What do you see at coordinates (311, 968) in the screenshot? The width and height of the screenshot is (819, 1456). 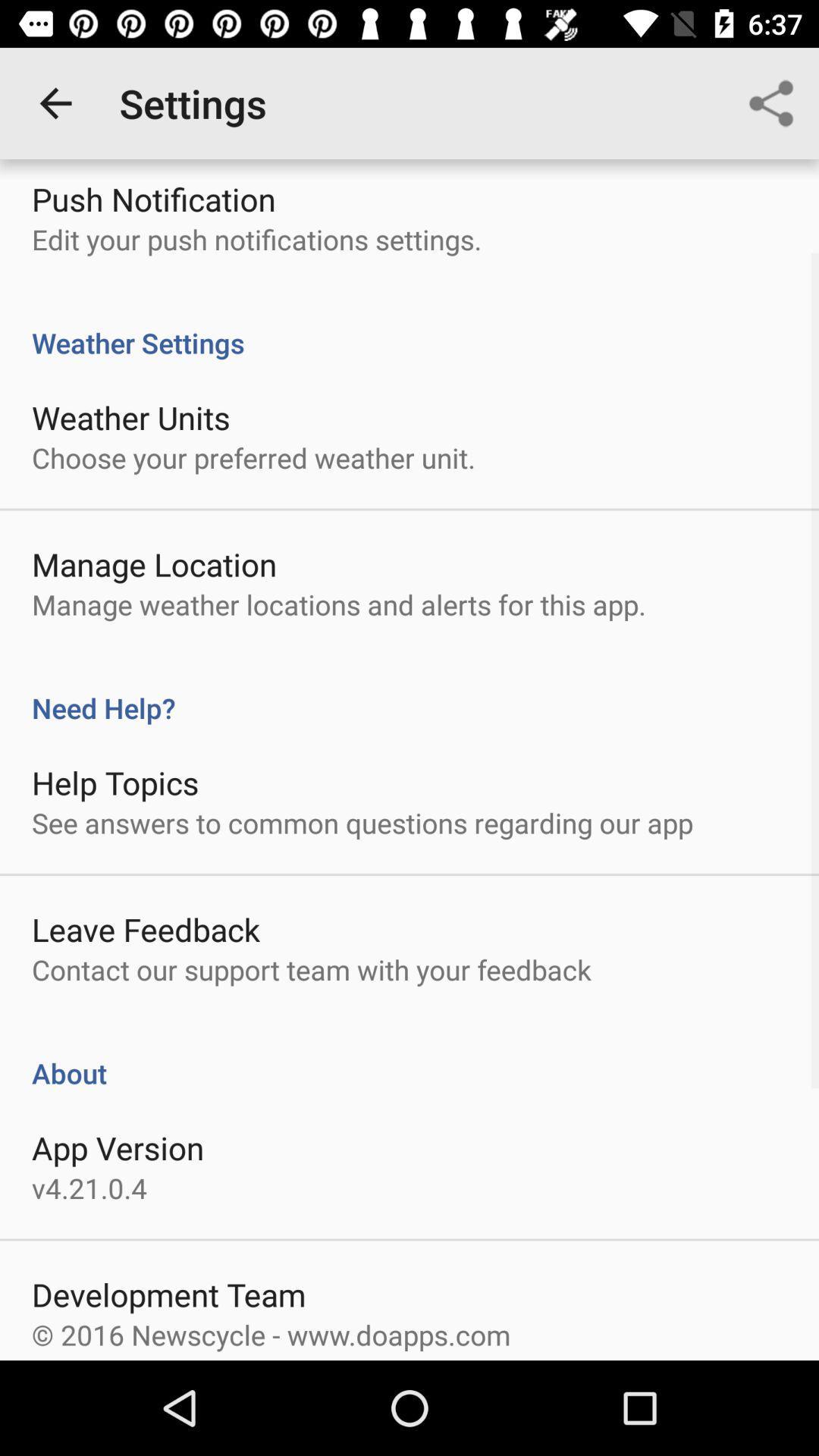 I see `contact our support icon` at bounding box center [311, 968].